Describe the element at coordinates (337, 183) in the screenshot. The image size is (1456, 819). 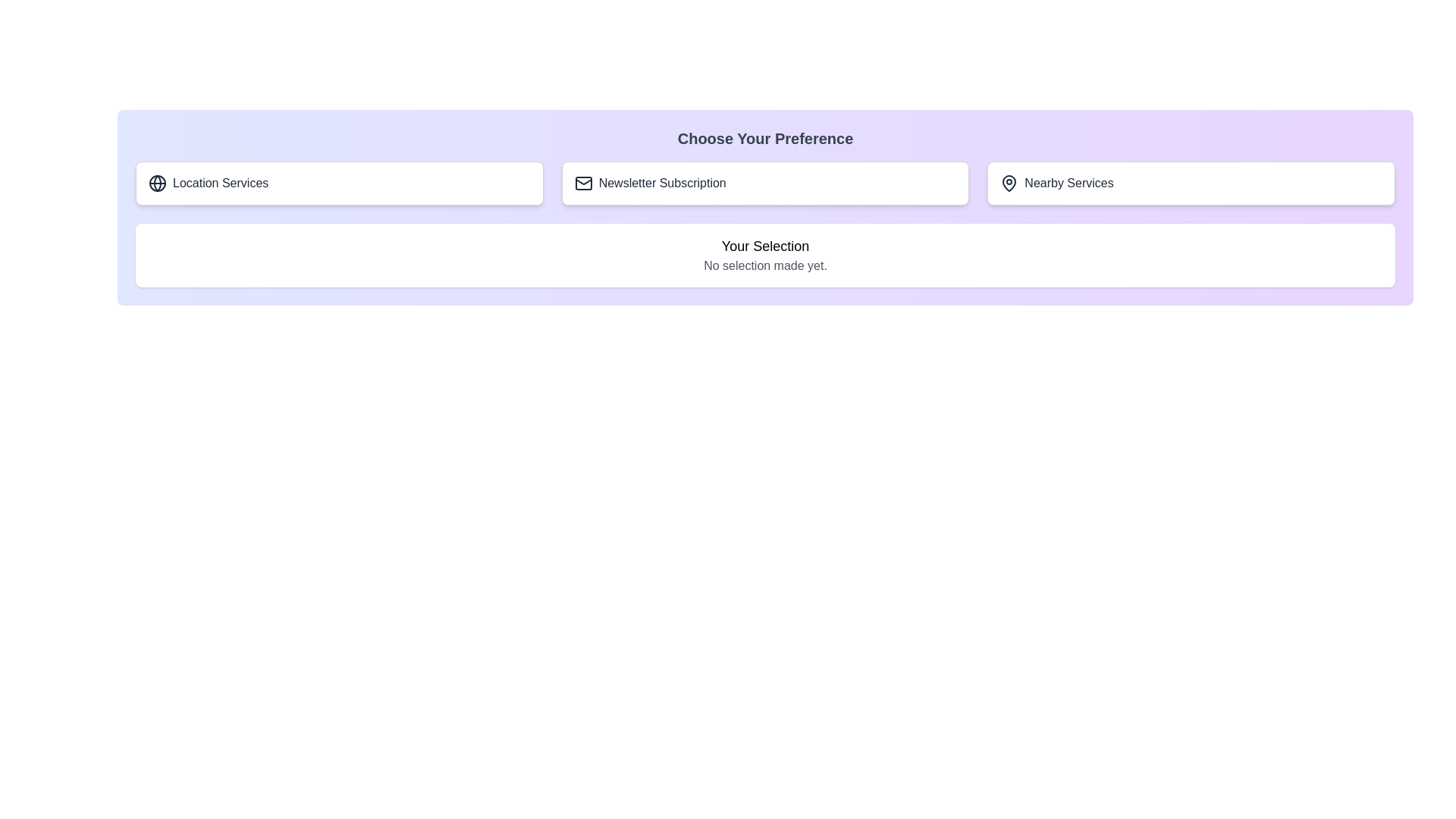
I see `the button labeled Location Services to observe its hover effect` at that location.